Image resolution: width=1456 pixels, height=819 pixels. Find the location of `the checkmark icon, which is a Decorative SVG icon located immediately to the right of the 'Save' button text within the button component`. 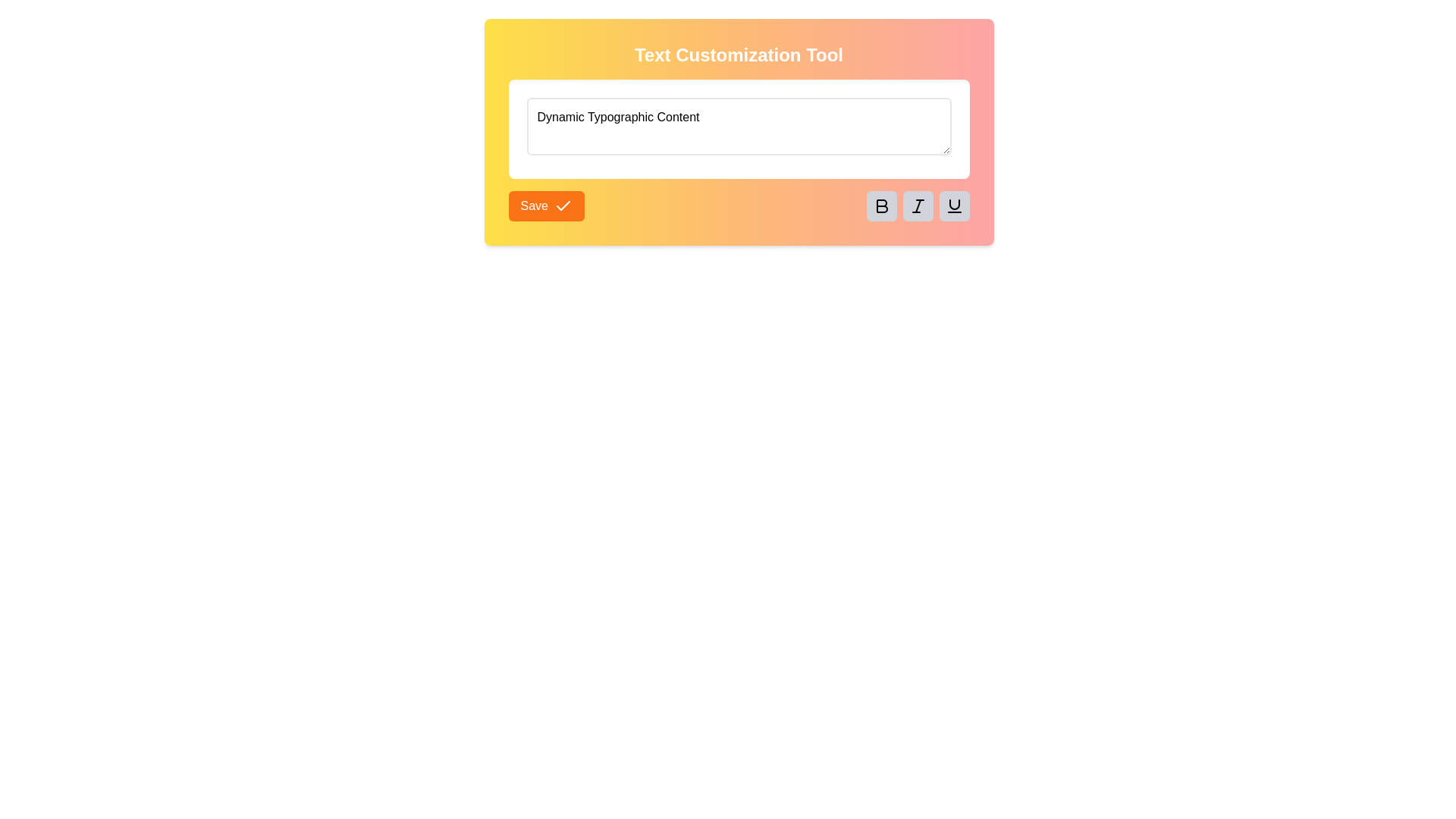

the checkmark icon, which is a Decorative SVG icon located immediately to the right of the 'Save' button text within the button component is located at coordinates (563, 206).